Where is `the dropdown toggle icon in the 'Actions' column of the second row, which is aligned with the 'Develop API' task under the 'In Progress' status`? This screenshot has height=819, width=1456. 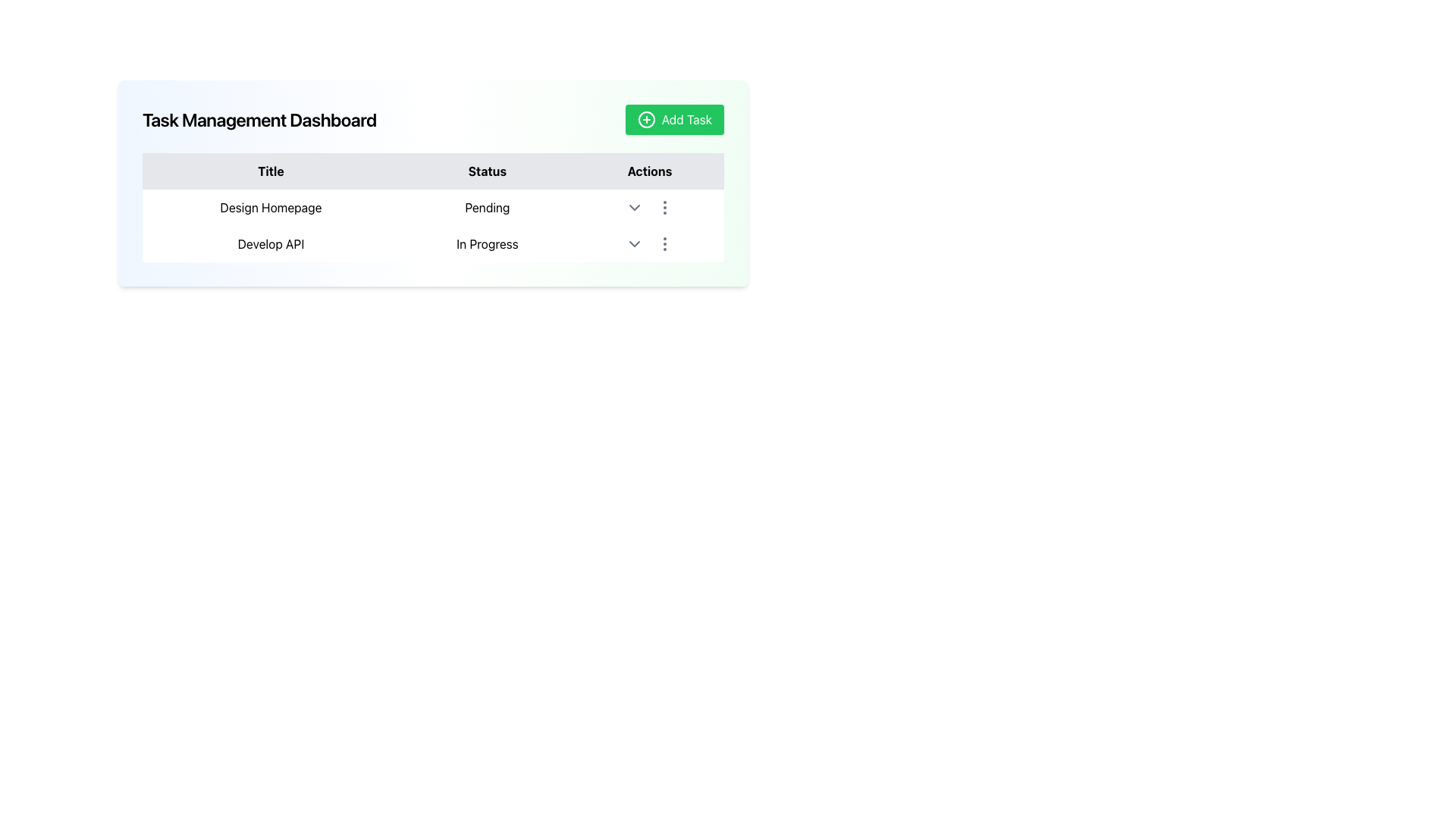 the dropdown toggle icon in the 'Actions' column of the second row, which is aligned with the 'Develop API' task under the 'In Progress' status is located at coordinates (634, 243).